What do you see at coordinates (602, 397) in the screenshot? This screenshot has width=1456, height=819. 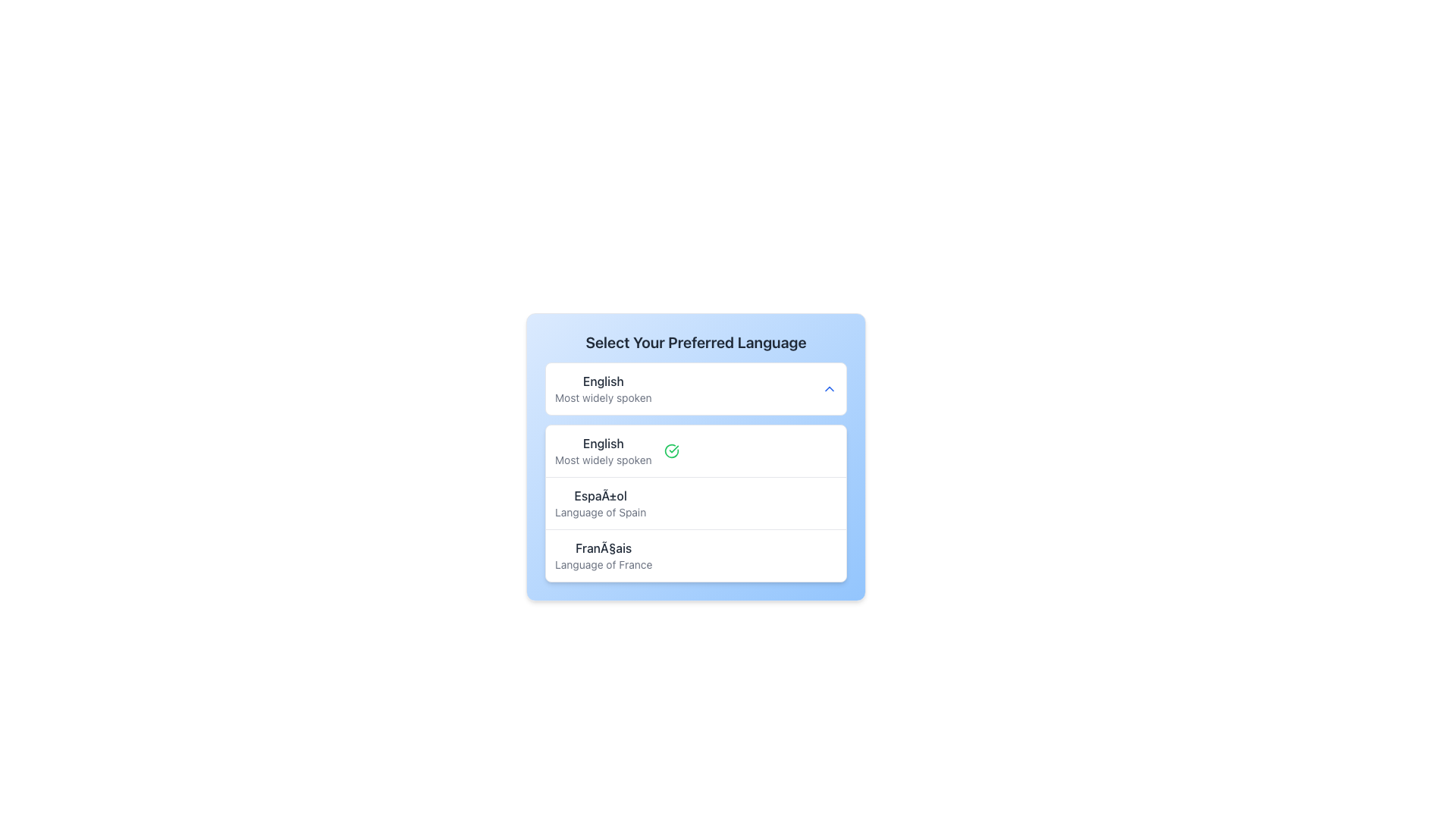 I see `the descriptive text label located below the 'English' text in the dropdown component` at bounding box center [602, 397].